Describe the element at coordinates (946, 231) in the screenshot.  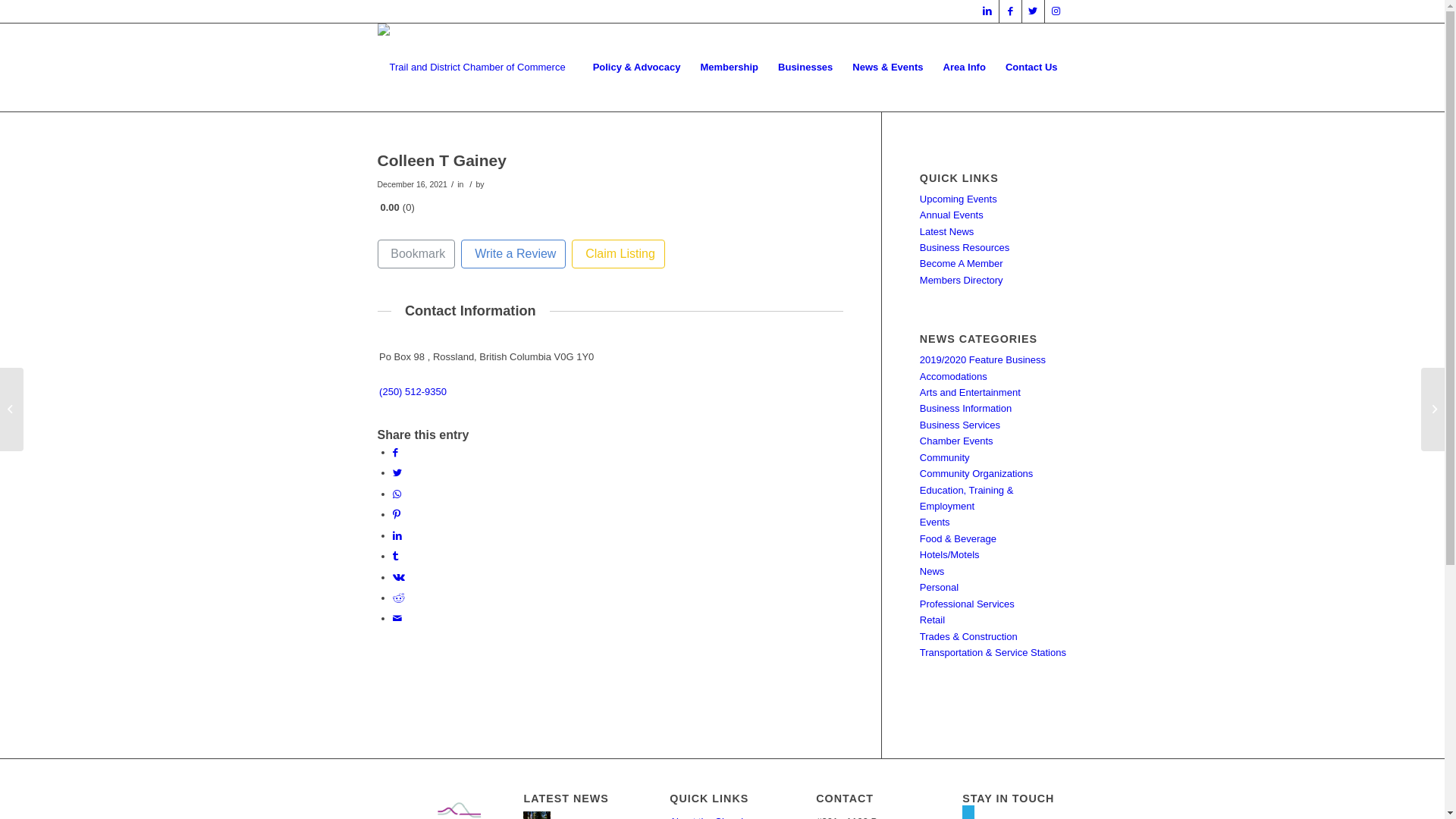
I see `'Latest News'` at that location.